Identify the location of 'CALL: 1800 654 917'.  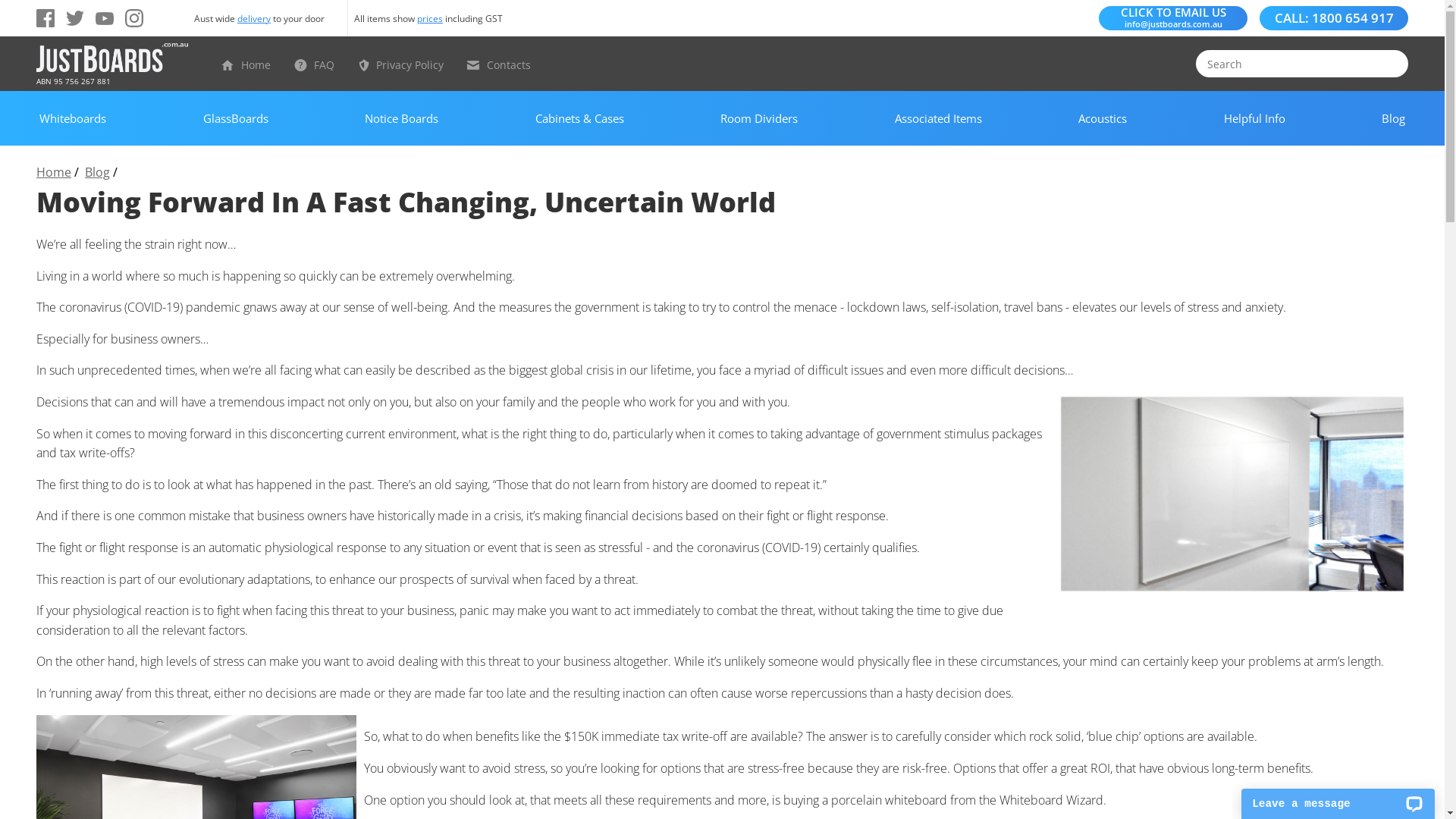
(1332, 17).